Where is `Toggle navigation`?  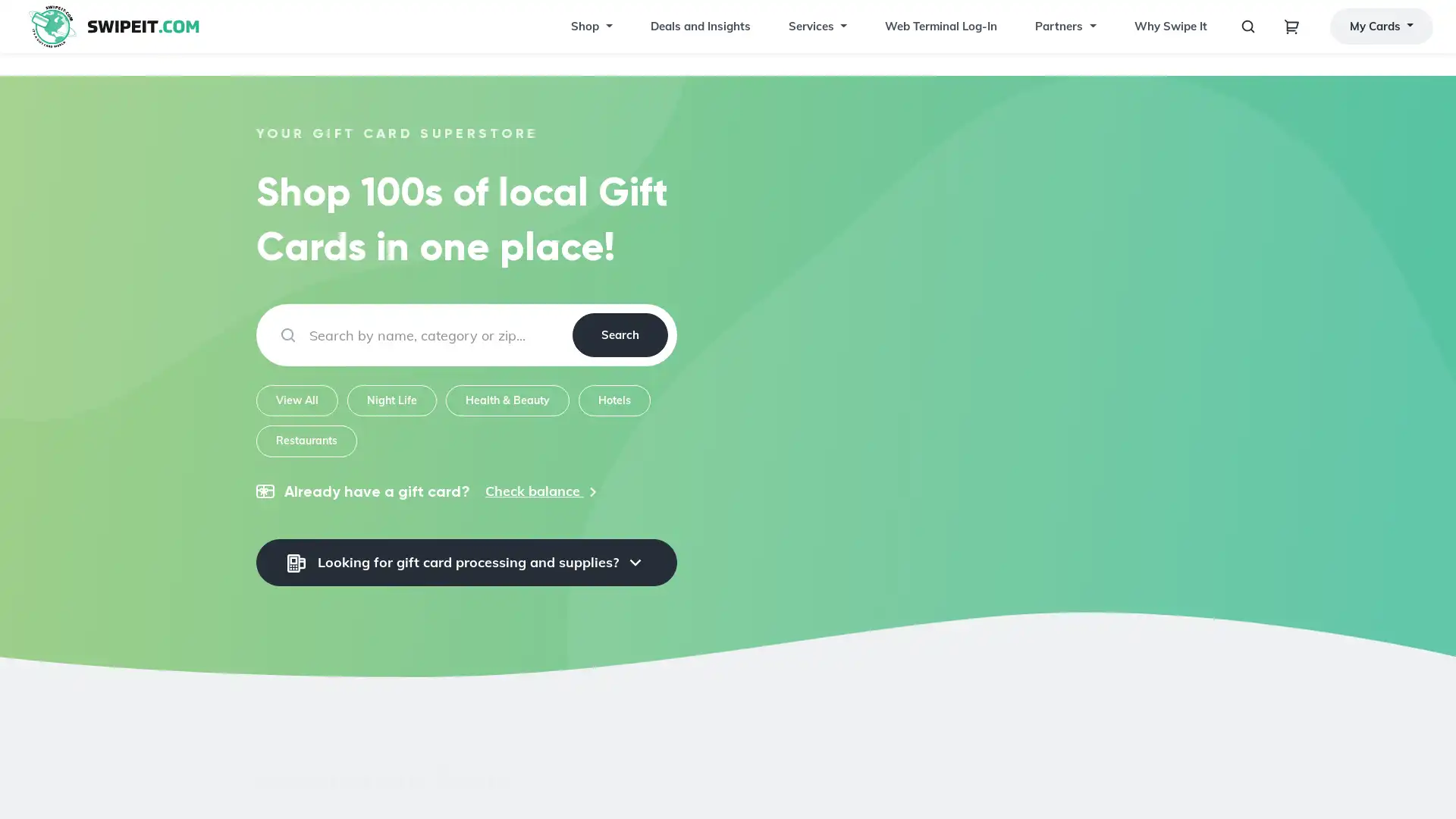
Toggle navigation is located at coordinates (1291, 37).